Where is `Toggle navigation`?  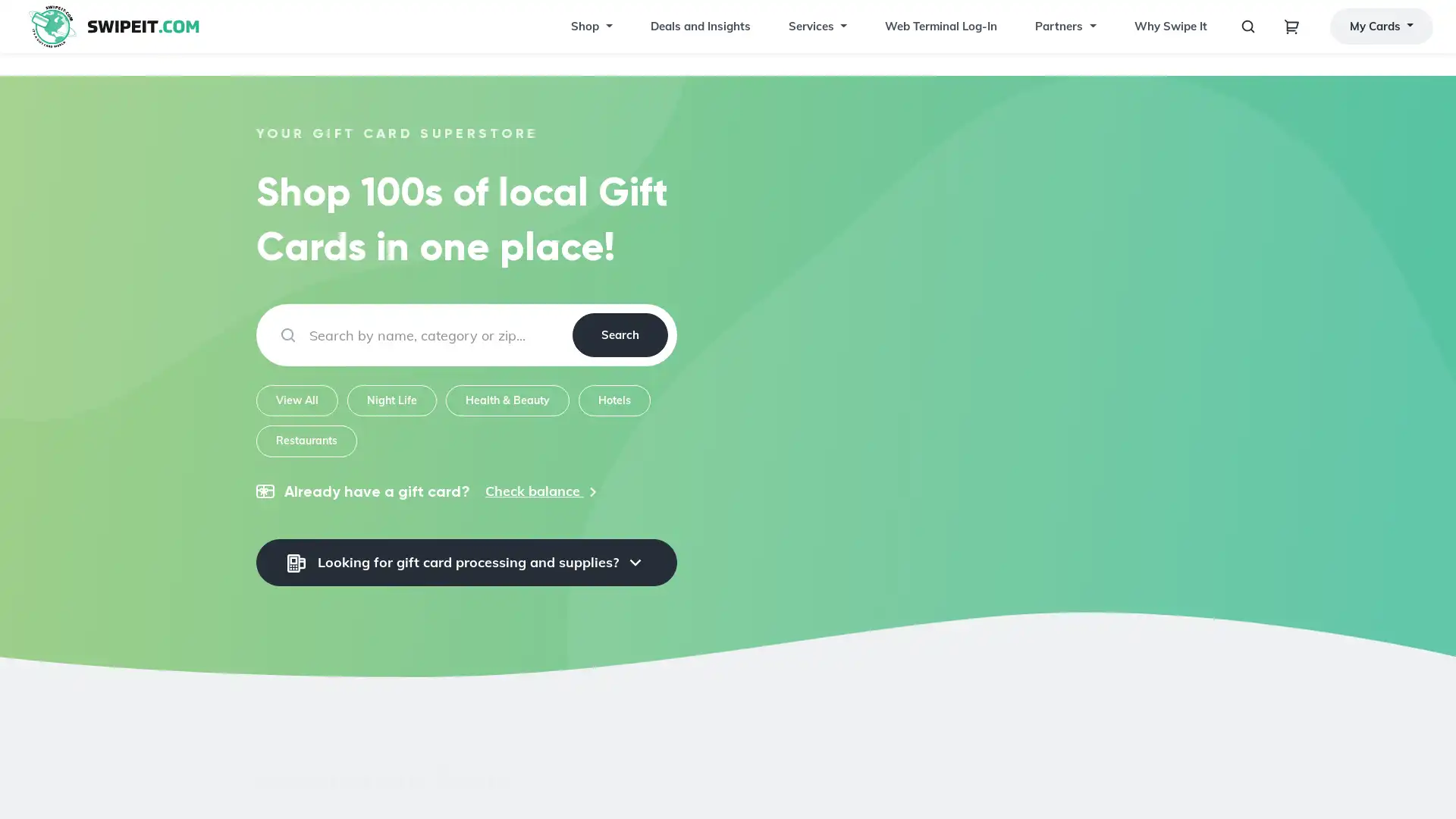
Toggle navigation is located at coordinates (1291, 37).